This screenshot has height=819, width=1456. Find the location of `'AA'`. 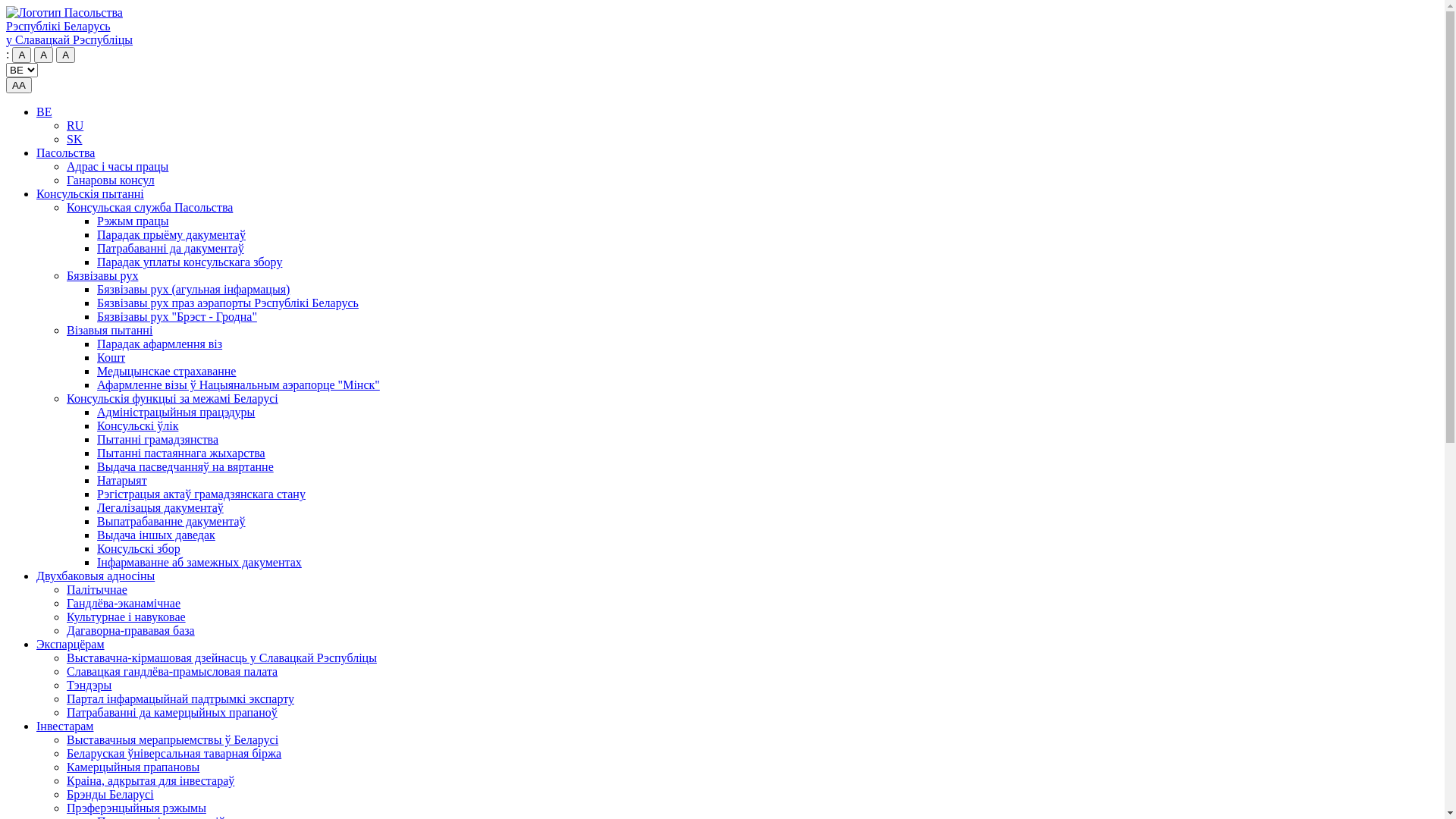

'AA' is located at coordinates (18, 85).